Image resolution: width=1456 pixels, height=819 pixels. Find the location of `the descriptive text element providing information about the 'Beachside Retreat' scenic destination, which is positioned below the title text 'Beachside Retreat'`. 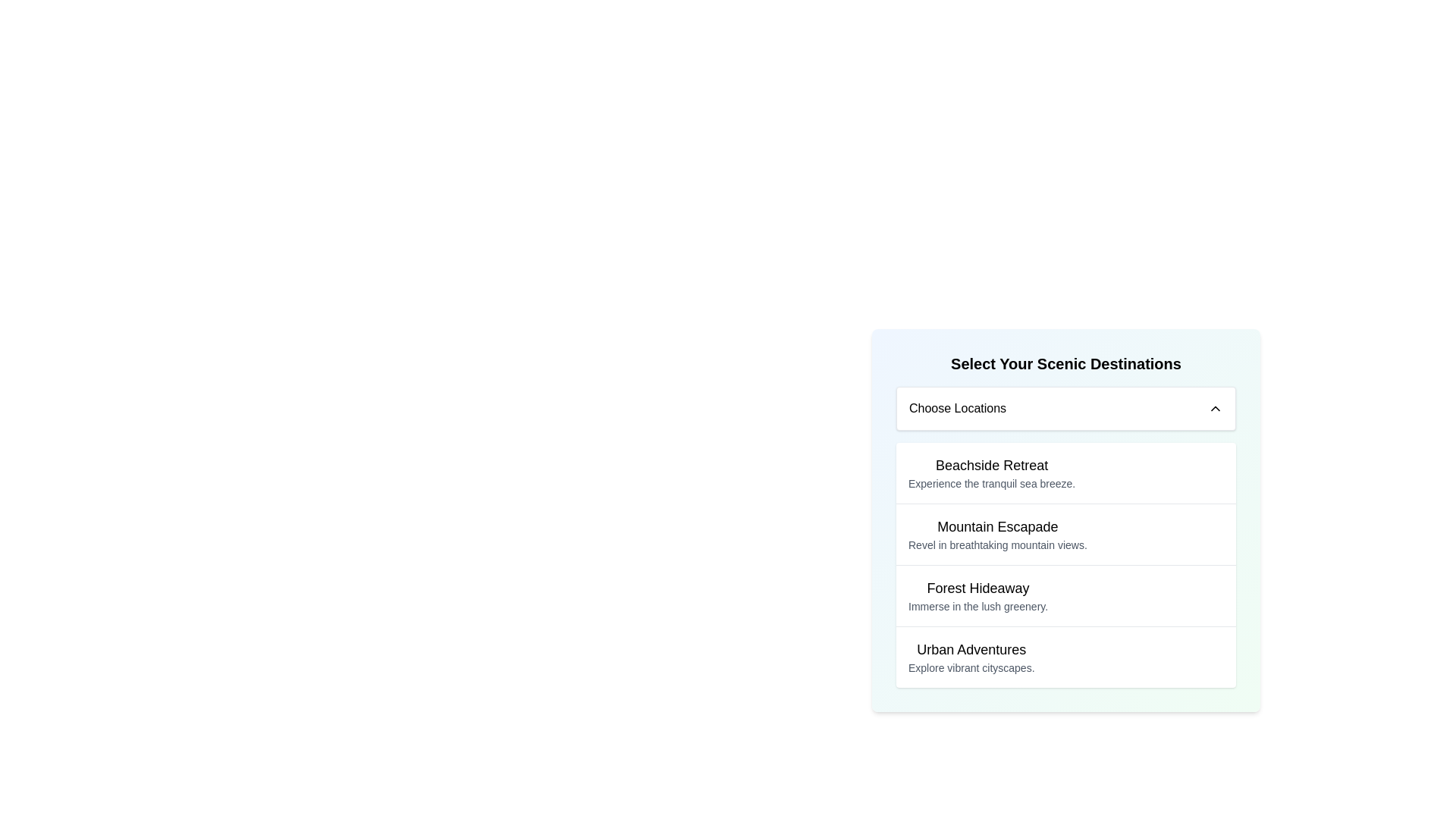

the descriptive text element providing information about the 'Beachside Retreat' scenic destination, which is positioned below the title text 'Beachside Retreat' is located at coordinates (992, 483).